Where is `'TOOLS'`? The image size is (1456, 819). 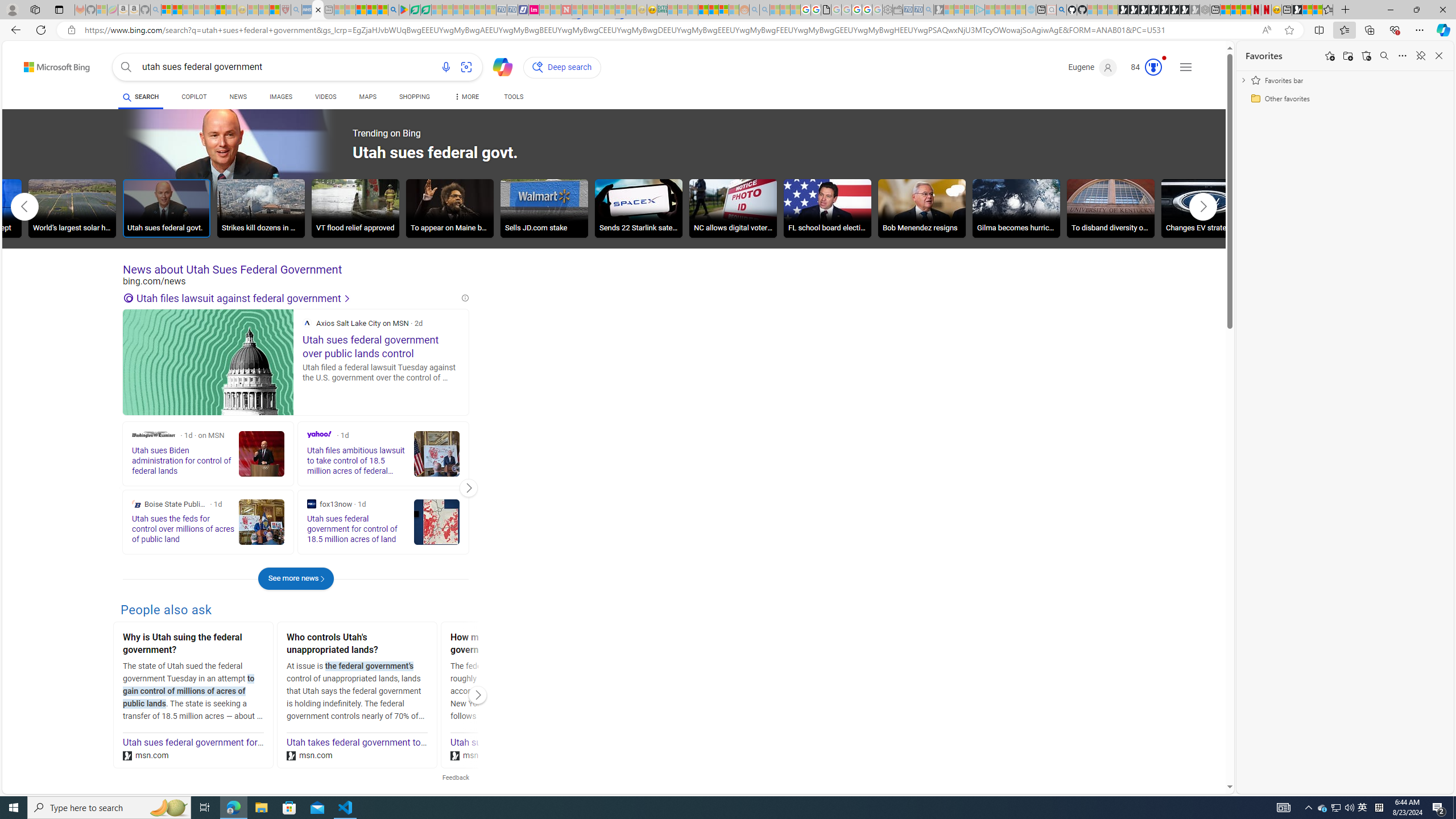
'TOOLS' is located at coordinates (512, 98).